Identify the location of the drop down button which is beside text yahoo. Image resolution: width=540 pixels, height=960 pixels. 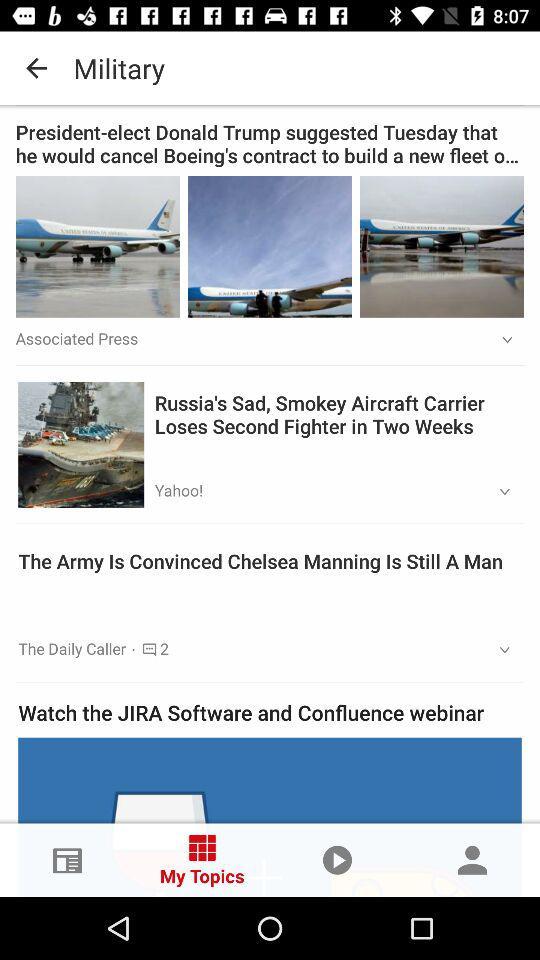
(497, 491).